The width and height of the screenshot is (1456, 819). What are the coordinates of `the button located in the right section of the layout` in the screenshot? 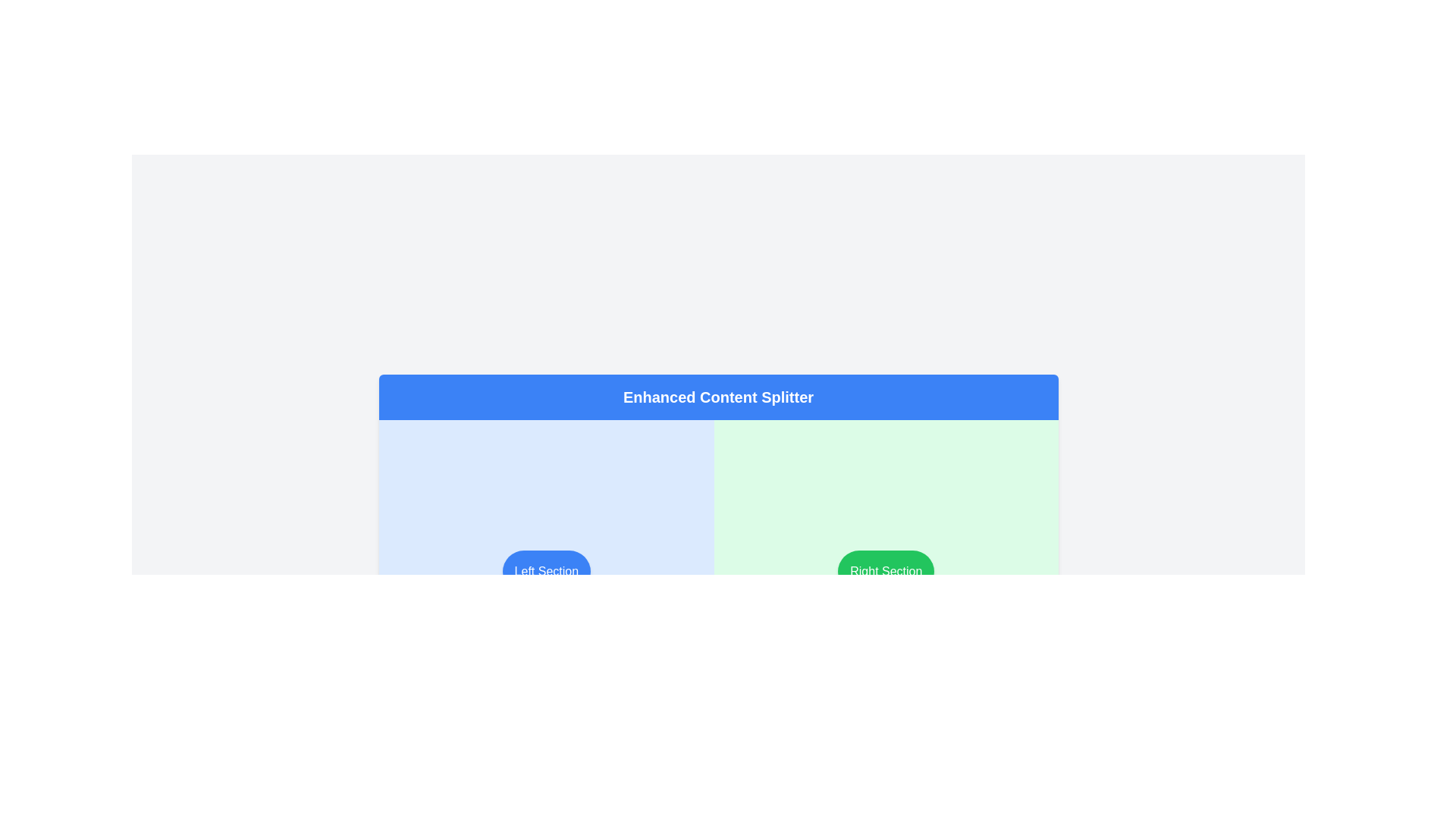 It's located at (886, 571).